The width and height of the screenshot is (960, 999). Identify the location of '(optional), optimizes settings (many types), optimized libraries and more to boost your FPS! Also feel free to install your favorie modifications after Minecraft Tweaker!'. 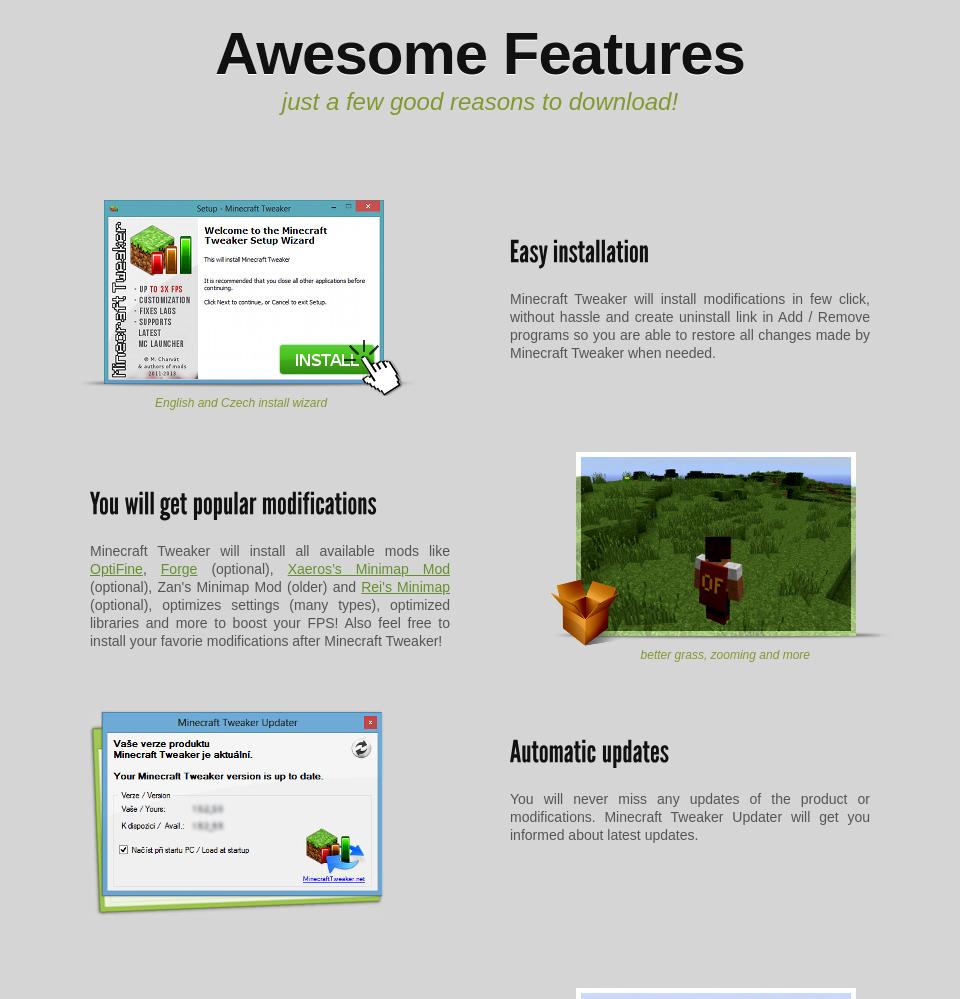
(90, 621).